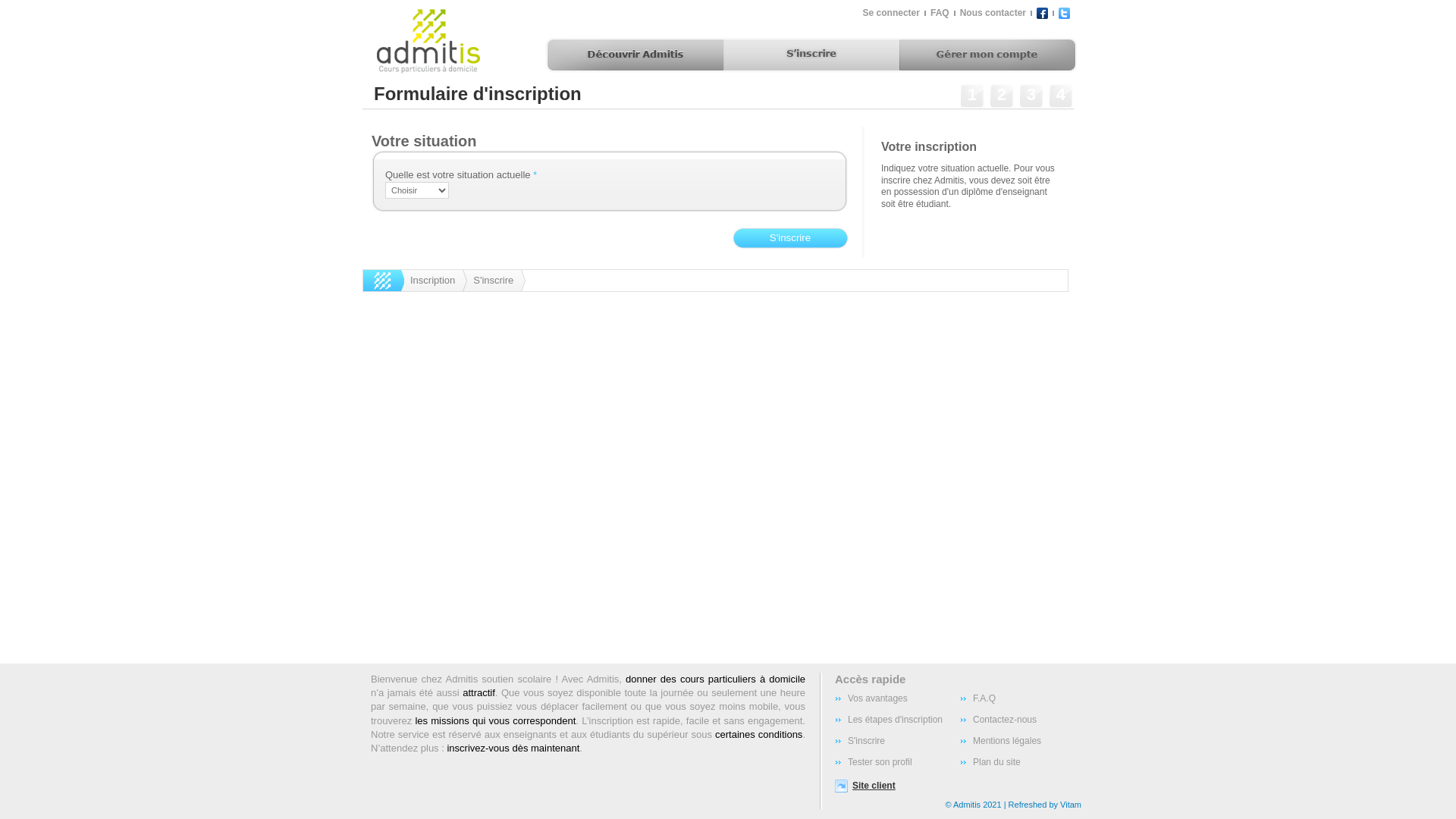 Image resolution: width=1456 pixels, height=819 pixels. Describe the element at coordinates (890, 12) in the screenshot. I see `'Se connecter'` at that location.